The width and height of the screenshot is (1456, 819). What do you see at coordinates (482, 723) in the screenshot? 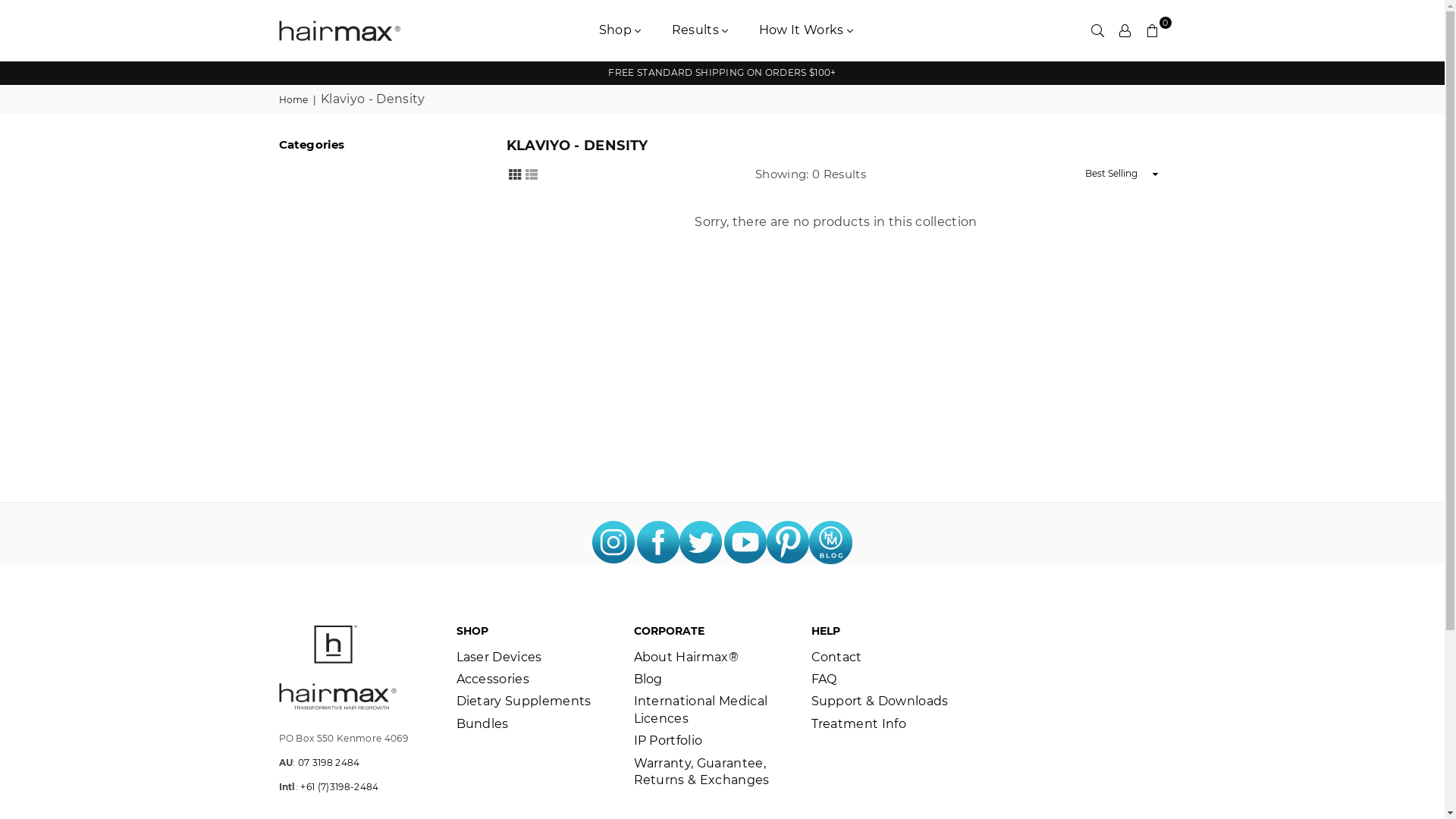
I see `'Bundles'` at bounding box center [482, 723].